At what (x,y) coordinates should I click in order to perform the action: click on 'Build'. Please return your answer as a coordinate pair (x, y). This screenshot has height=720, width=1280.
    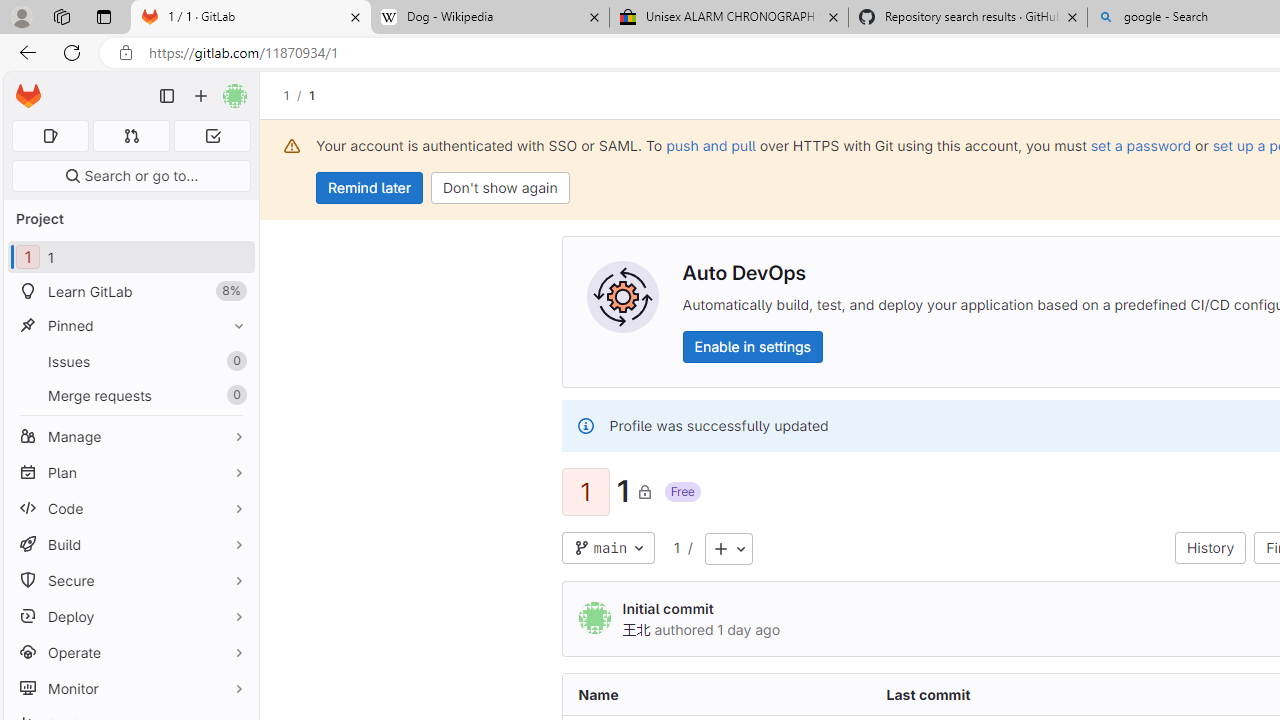
    Looking at the image, I should click on (130, 544).